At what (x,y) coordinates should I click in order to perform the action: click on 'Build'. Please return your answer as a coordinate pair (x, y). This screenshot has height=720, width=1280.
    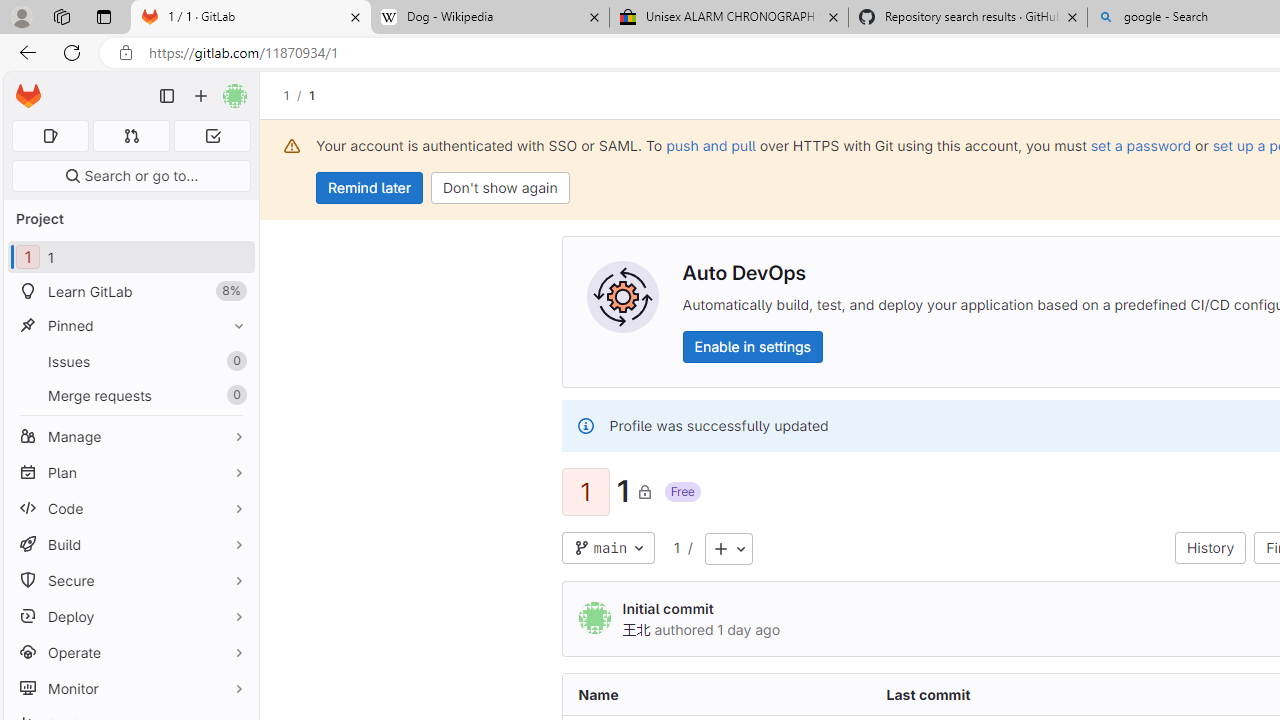
    Looking at the image, I should click on (130, 544).